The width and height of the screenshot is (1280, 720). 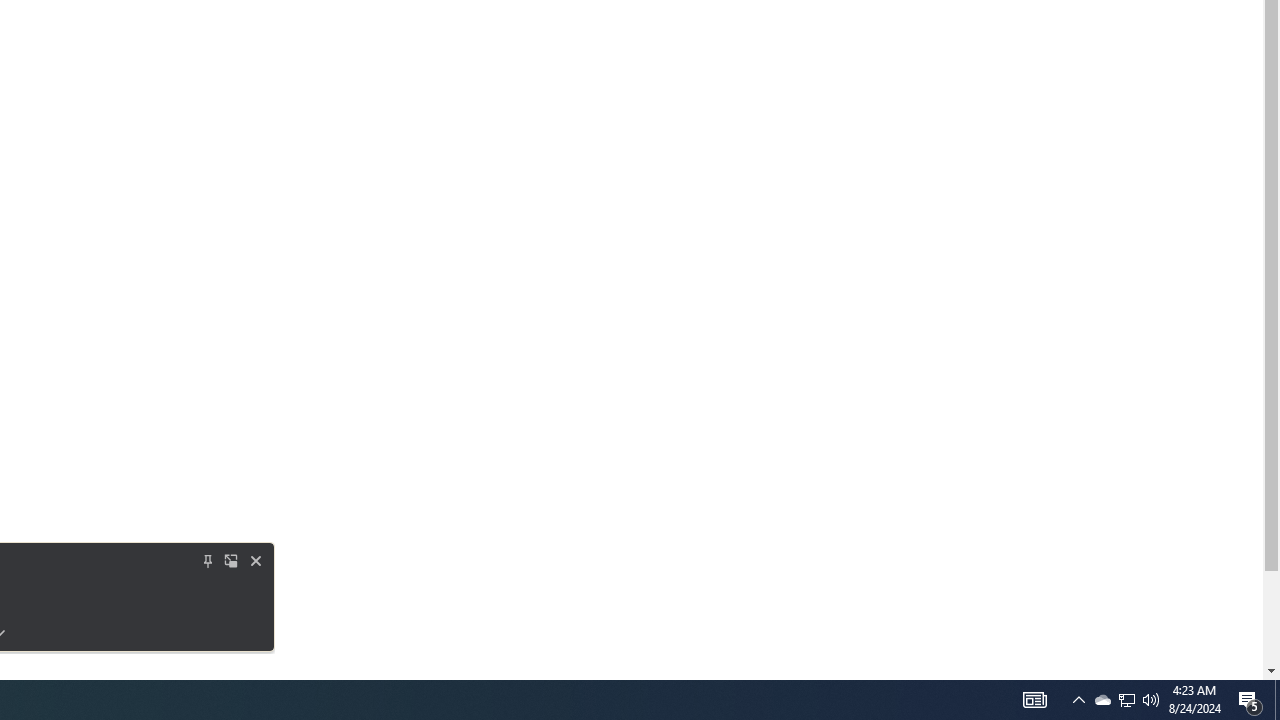 I want to click on 'Show desktop', so click(x=1250, y=698).